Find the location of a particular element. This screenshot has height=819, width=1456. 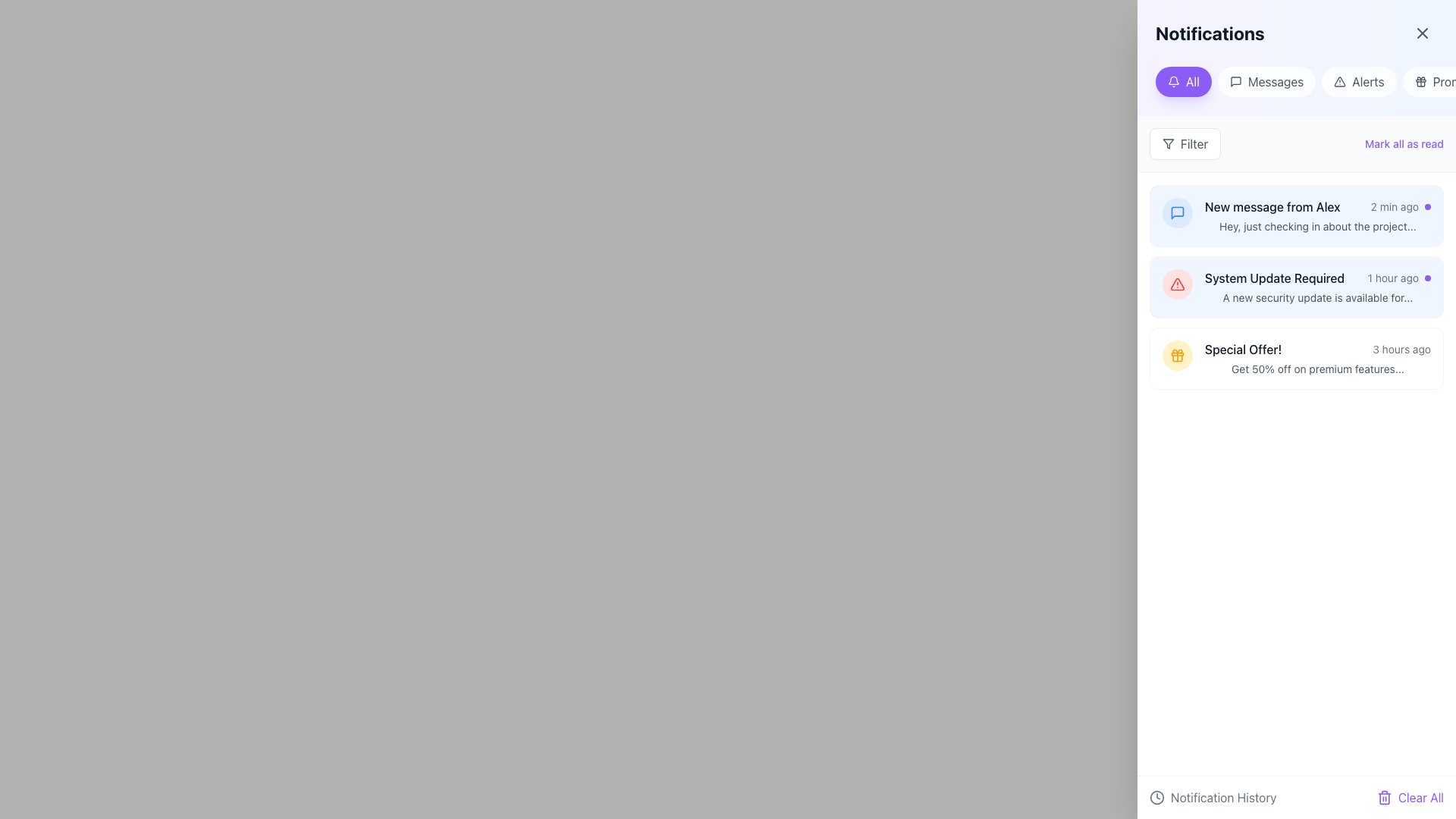

the notification icon for 'New message from Alex' located at the beginning of the notification list is located at coordinates (1177, 213).